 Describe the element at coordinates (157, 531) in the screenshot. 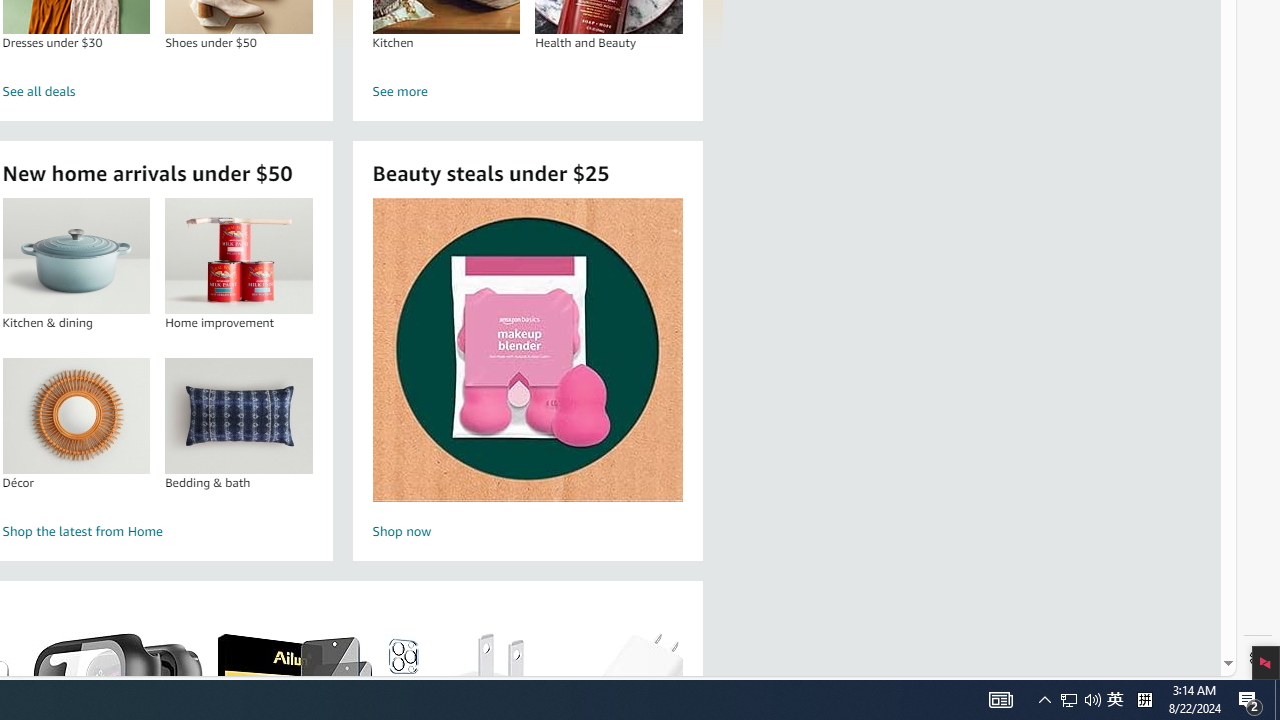

I see `'Shop the latest from Home'` at that location.